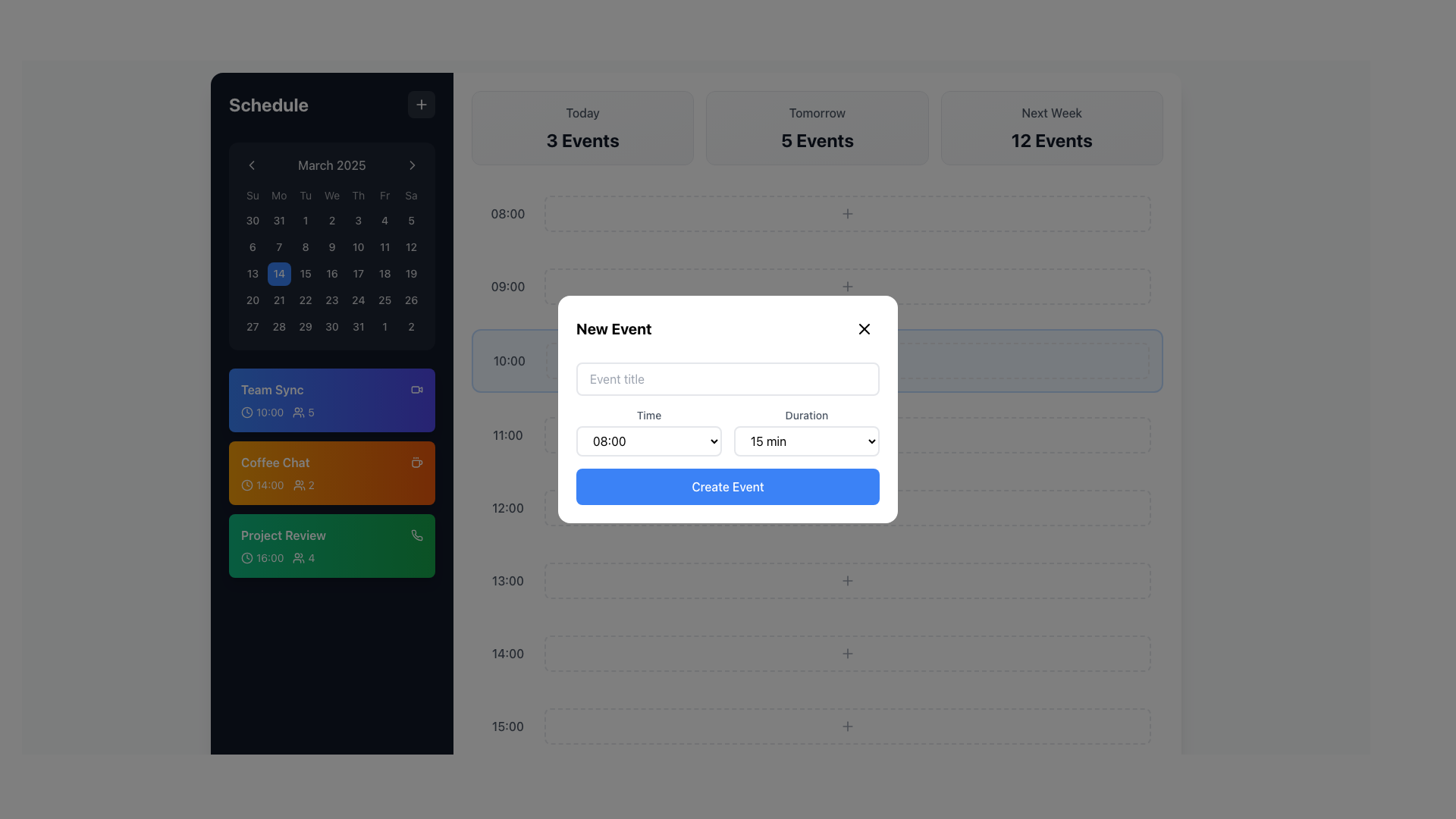 The image size is (1456, 819). Describe the element at coordinates (847, 580) in the screenshot. I see `the interactable button for adding an event in the time slot labeled '13:00'` at that location.